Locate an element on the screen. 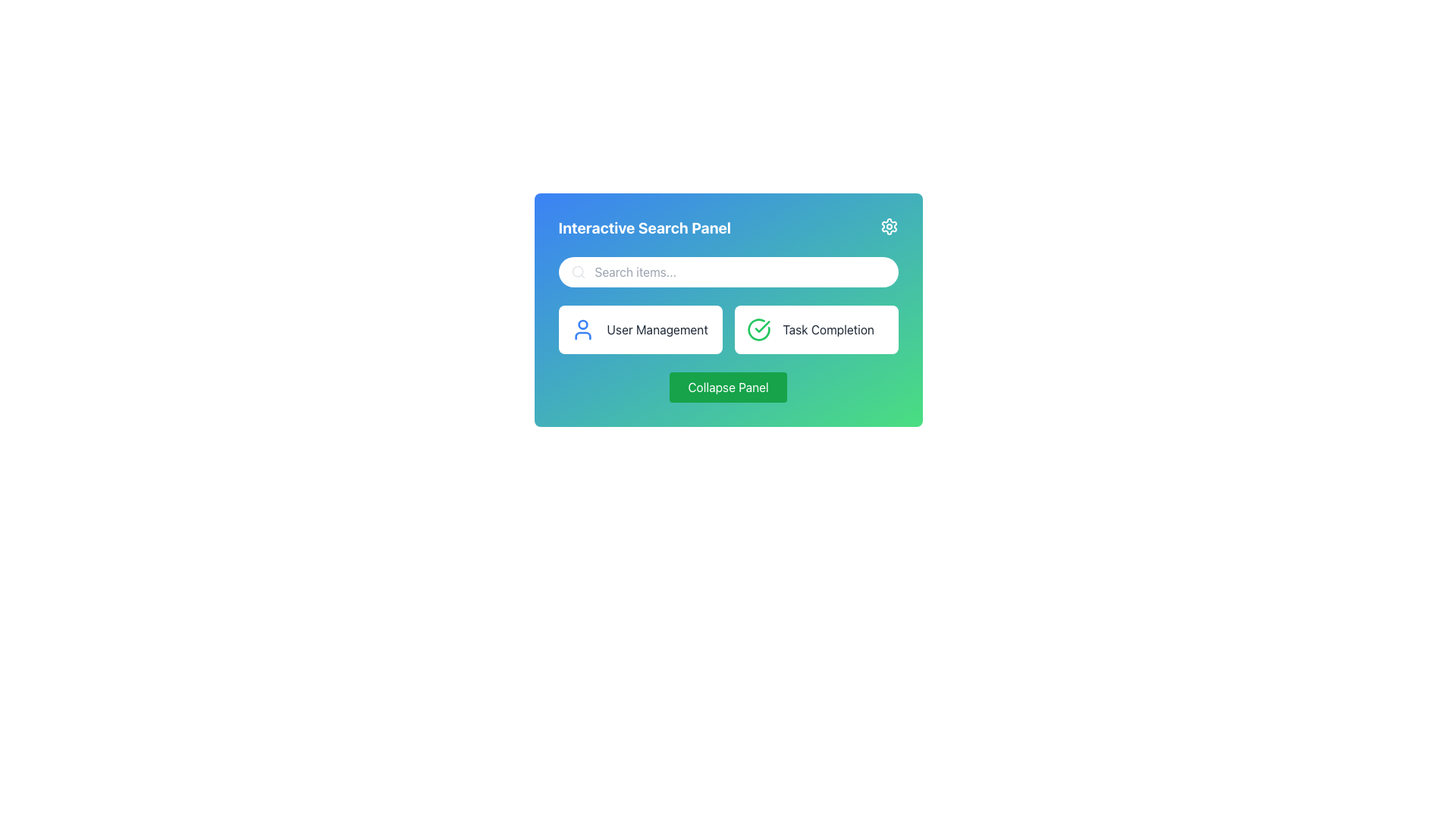 The width and height of the screenshot is (1456, 819). title text 'Interactive Search Panel' from the header element located at the top section of the main panel, which features a gradient background and a settings icon is located at coordinates (728, 227).